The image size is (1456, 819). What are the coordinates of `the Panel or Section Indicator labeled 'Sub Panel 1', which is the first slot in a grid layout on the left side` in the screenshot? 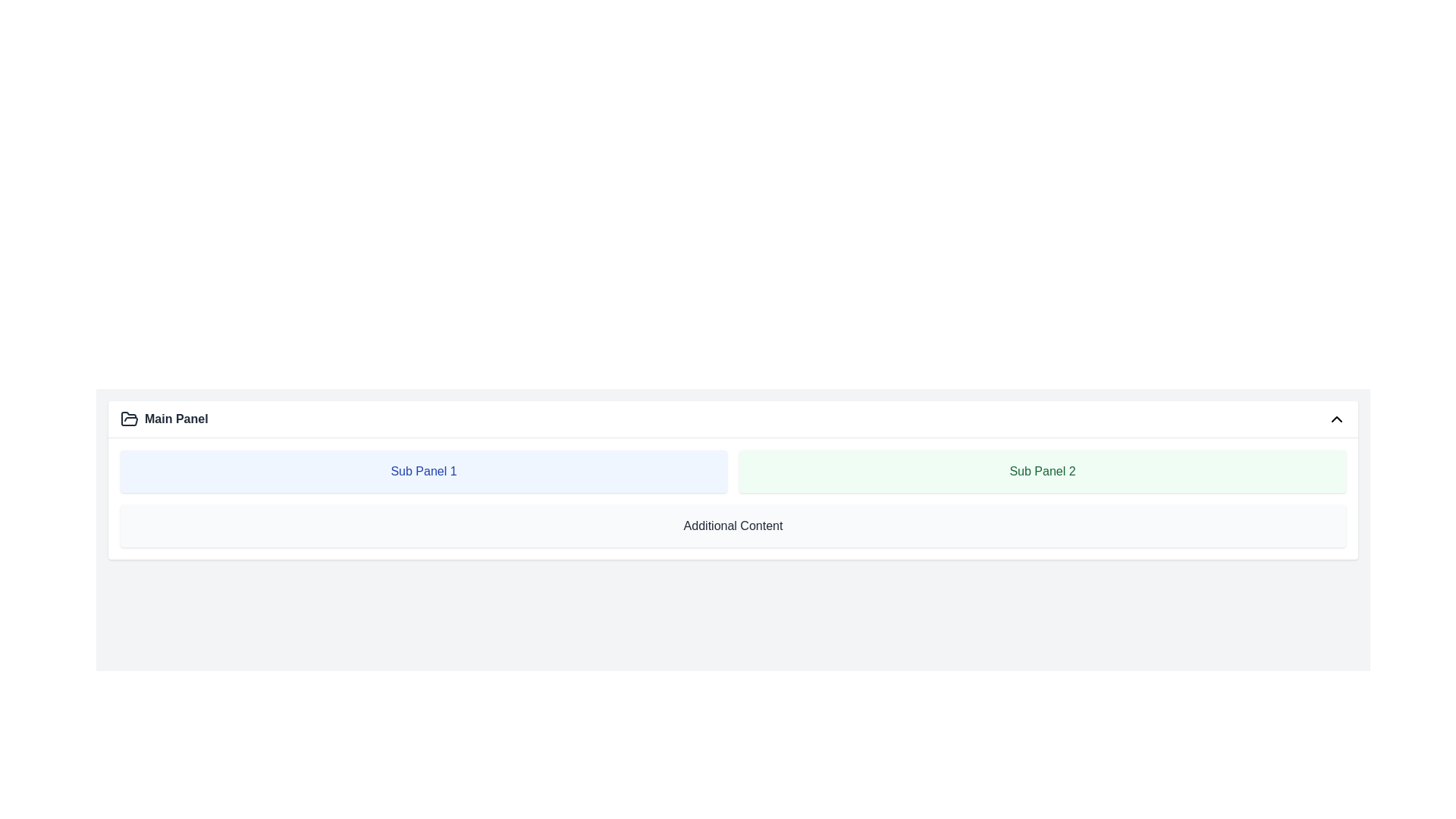 It's located at (423, 470).